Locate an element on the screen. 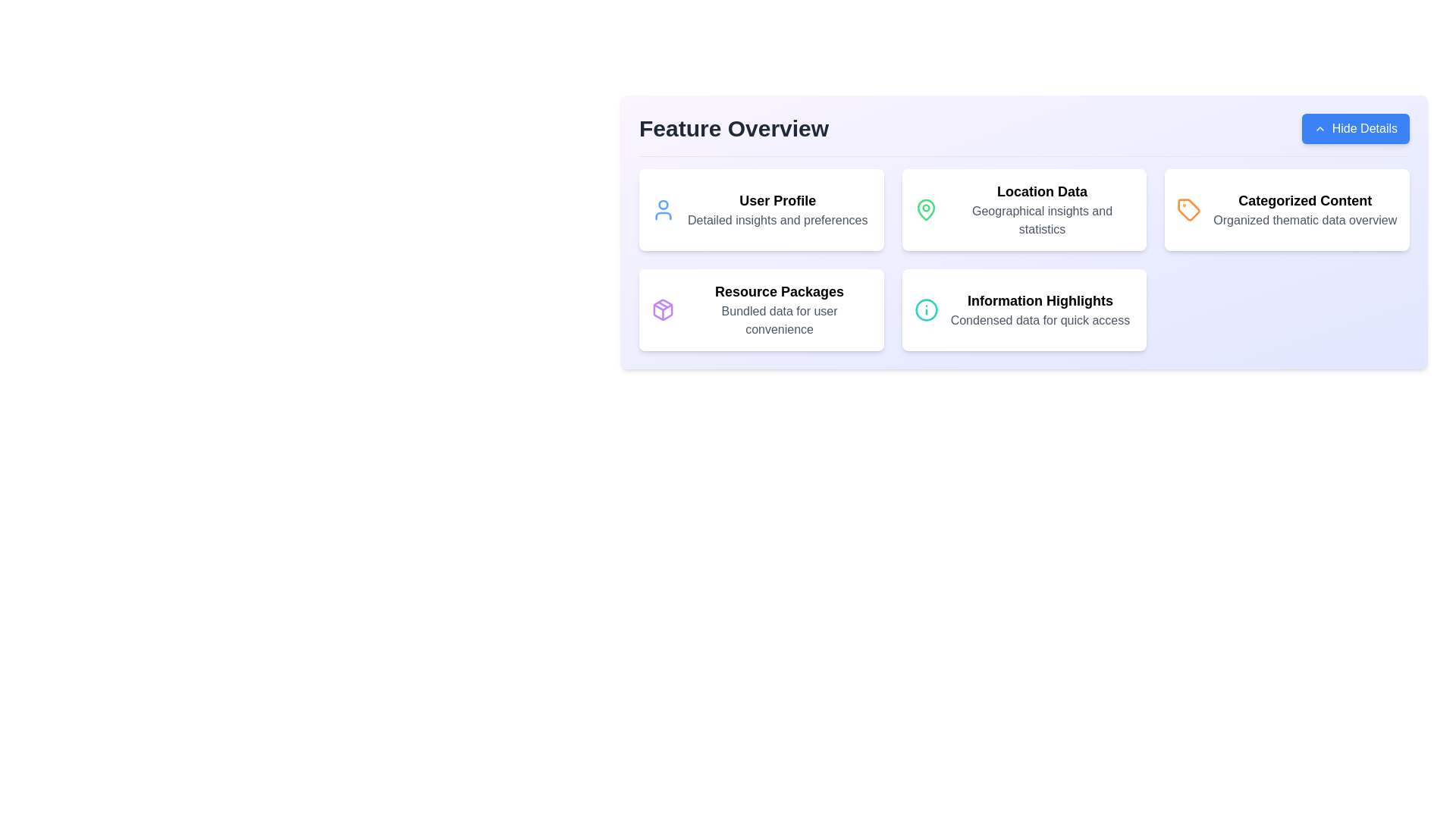 Image resolution: width=1456 pixels, height=819 pixels. the decorative icon located at the top-left corner of the 'Categorized Content' card in the feature overview grid is located at coordinates (1188, 210).